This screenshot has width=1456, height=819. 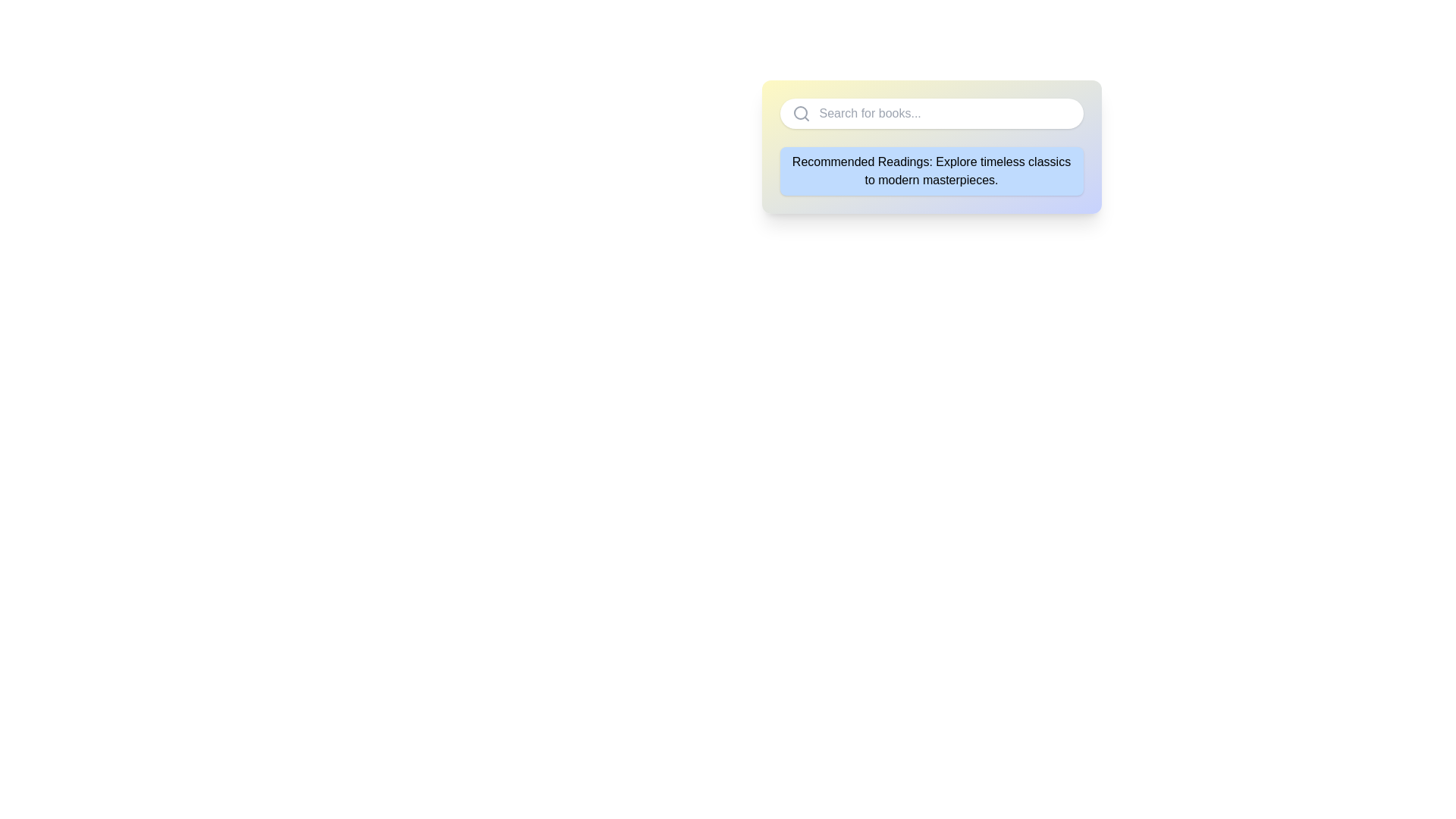 What do you see at coordinates (930, 171) in the screenshot?
I see `the static text label with light blue background reading 'Recommended Readings: Explore timeless classics to modern masterpieces.'` at bounding box center [930, 171].